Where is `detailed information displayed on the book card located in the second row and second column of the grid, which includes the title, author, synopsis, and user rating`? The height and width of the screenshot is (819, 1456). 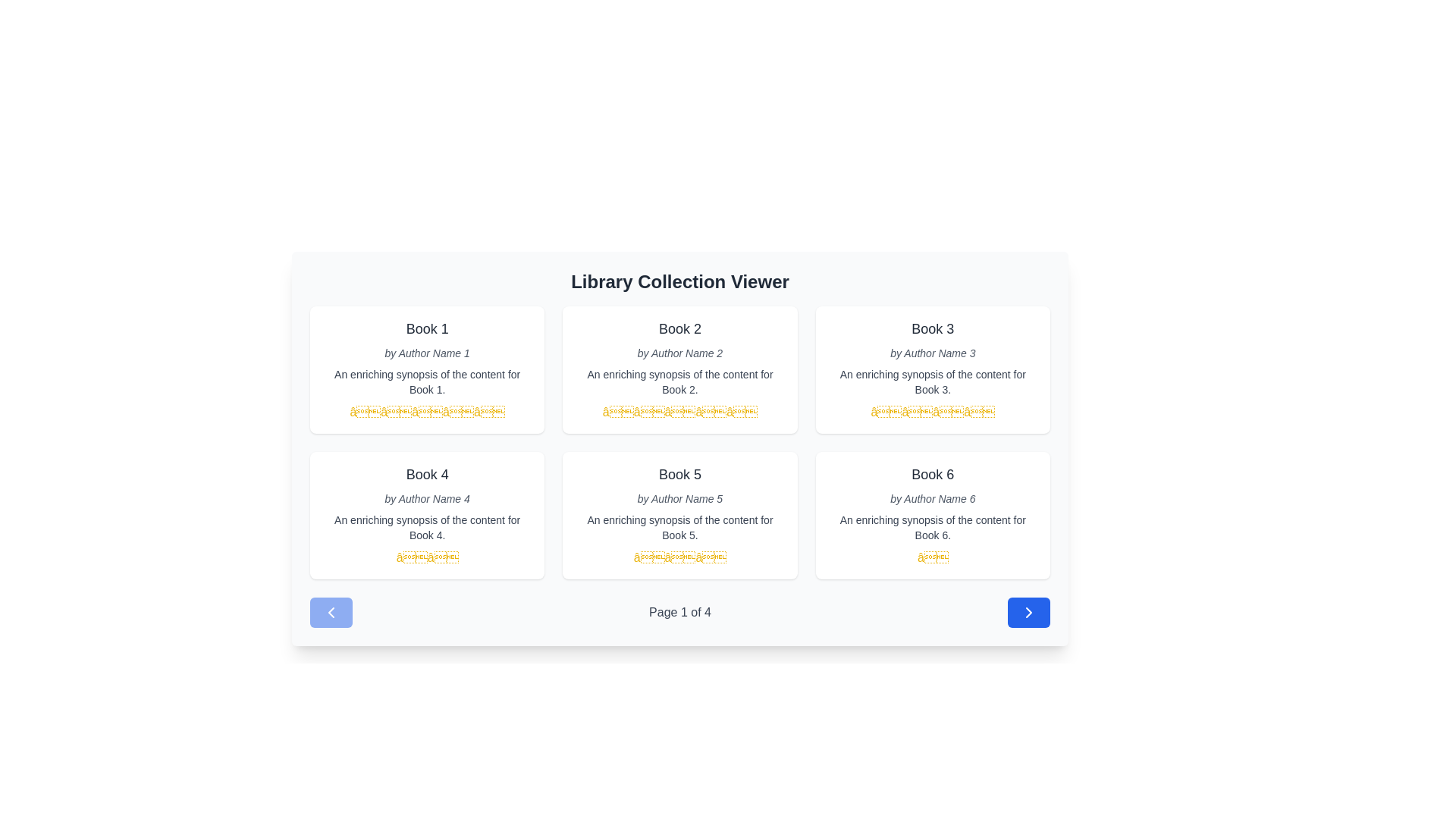
detailed information displayed on the book card located in the second row and second column of the grid, which includes the title, author, synopsis, and user rating is located at coordinates (679, 514).